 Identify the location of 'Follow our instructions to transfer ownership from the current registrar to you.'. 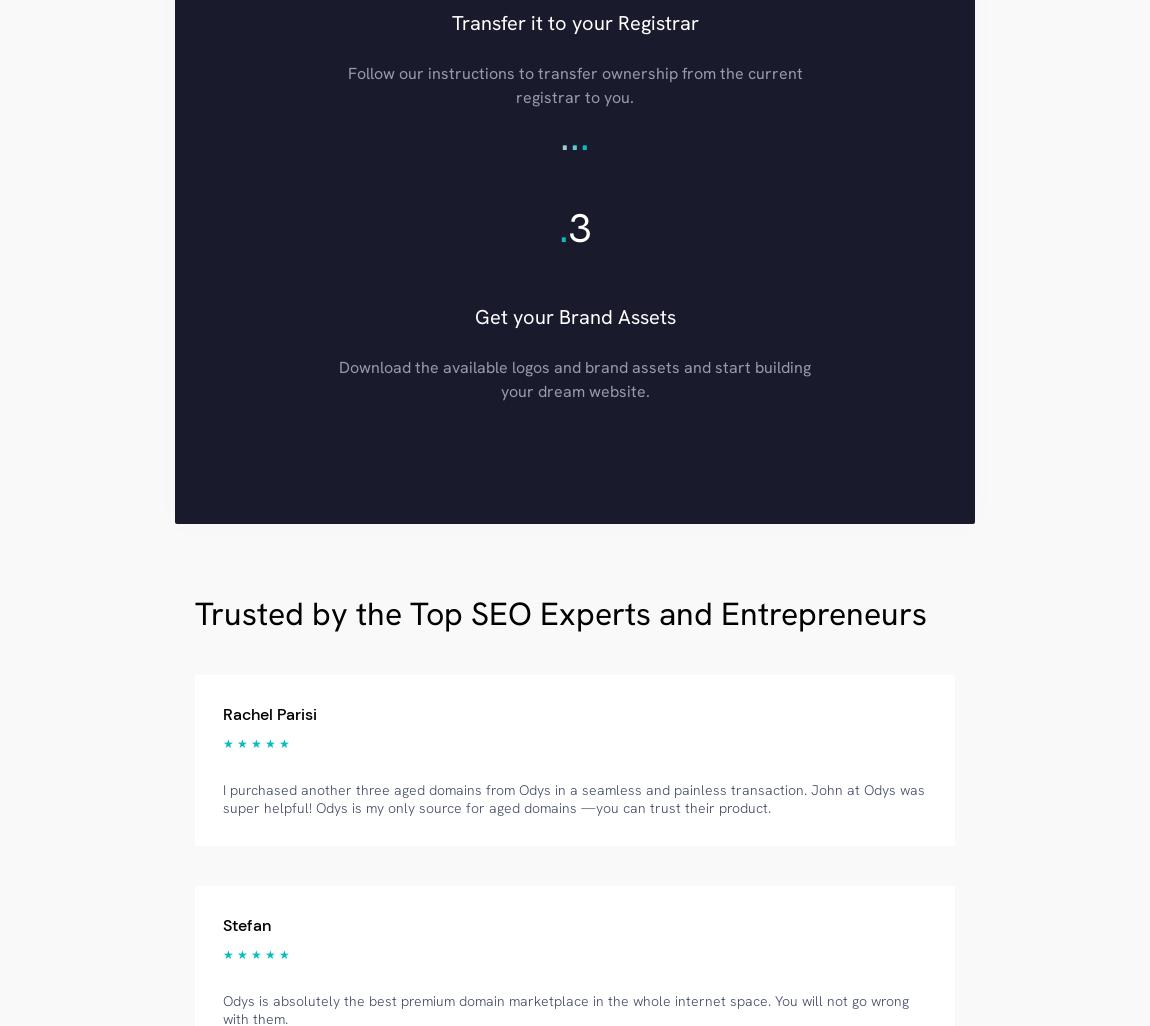
(574, 83).